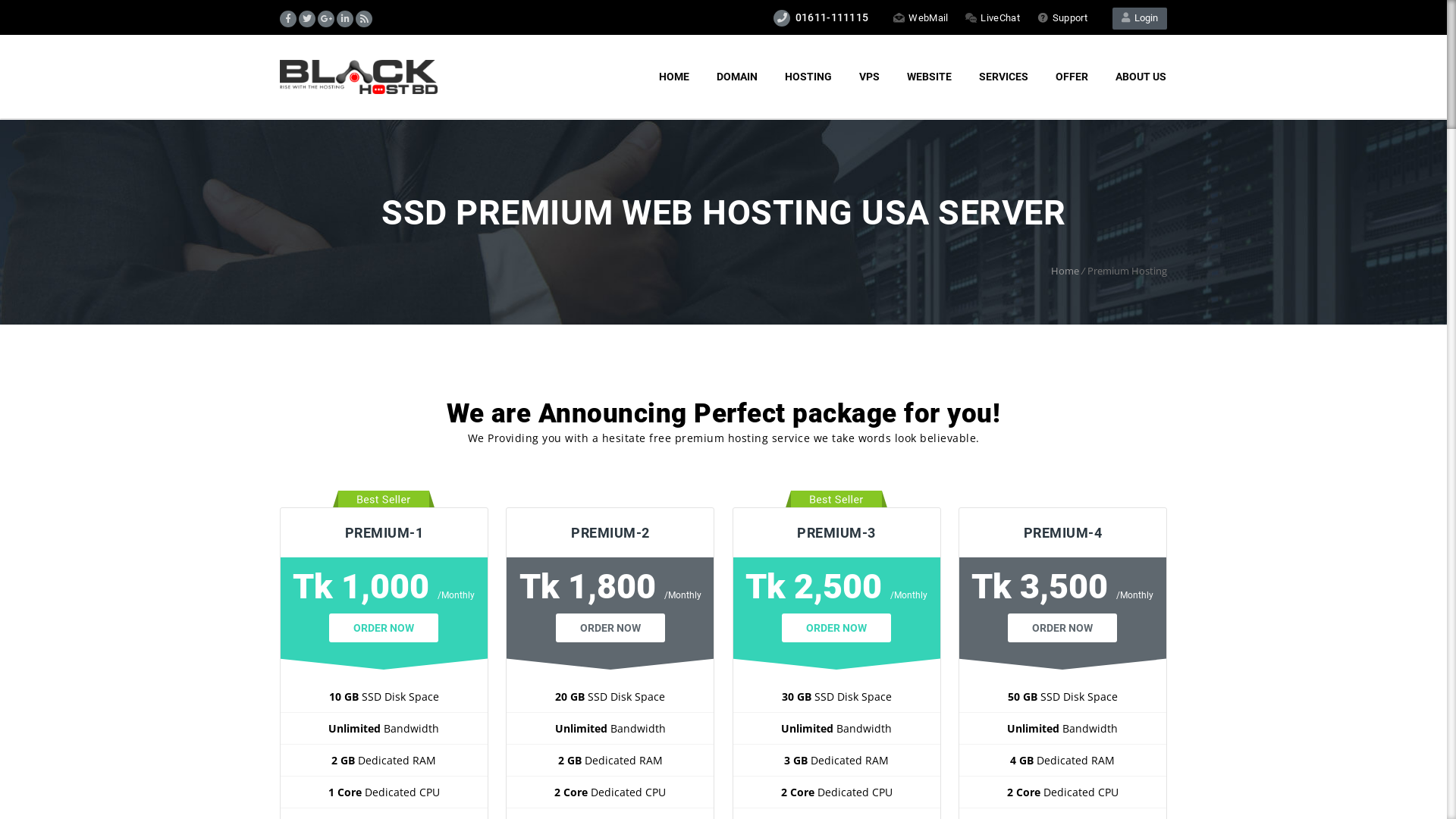 The image size is (1456, 819). I want to click on 'WEBSITE', so click(893, 77).